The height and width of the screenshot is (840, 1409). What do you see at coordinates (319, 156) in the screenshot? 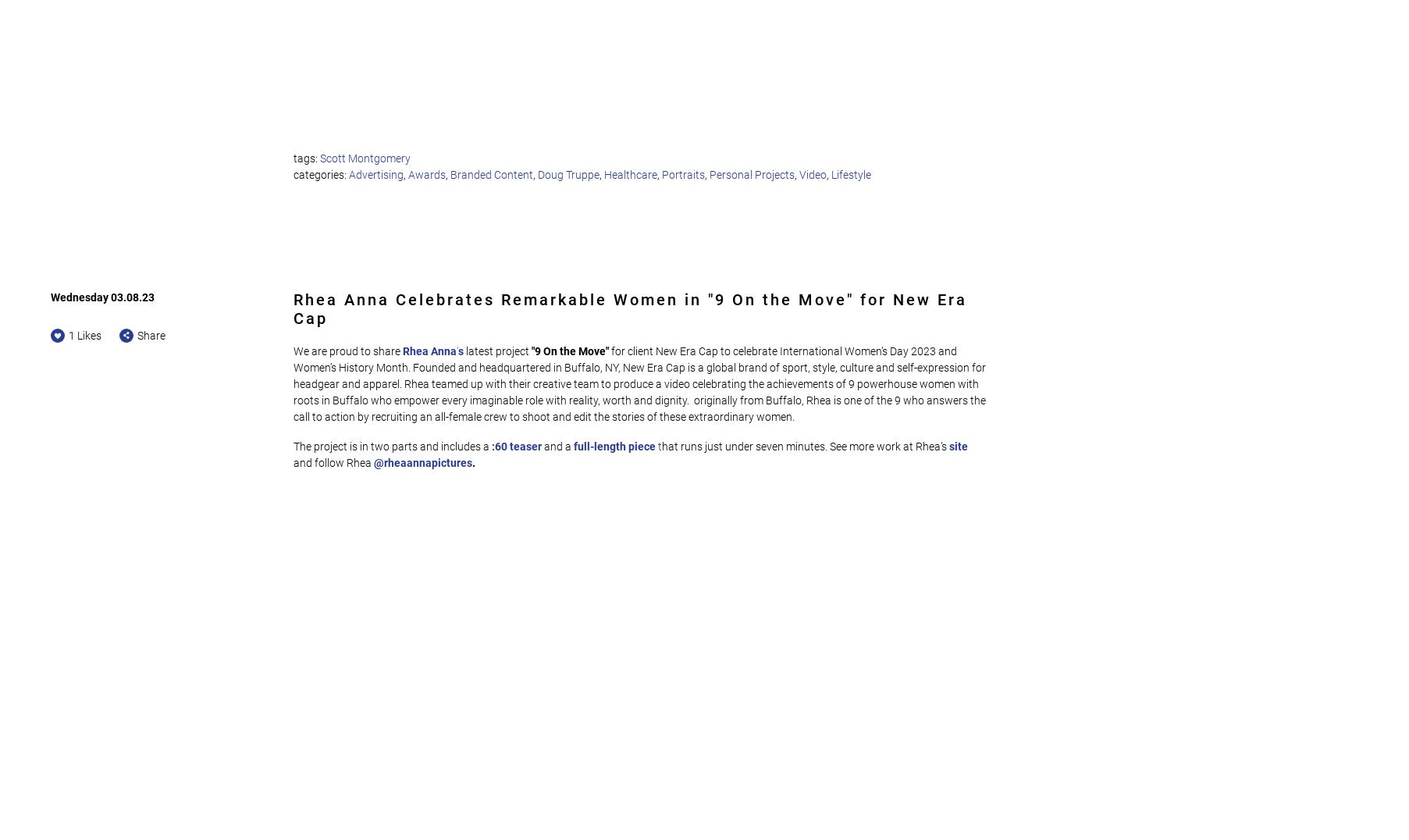
I see `'Scott Montgomery'` at bounding box center [319, 156].